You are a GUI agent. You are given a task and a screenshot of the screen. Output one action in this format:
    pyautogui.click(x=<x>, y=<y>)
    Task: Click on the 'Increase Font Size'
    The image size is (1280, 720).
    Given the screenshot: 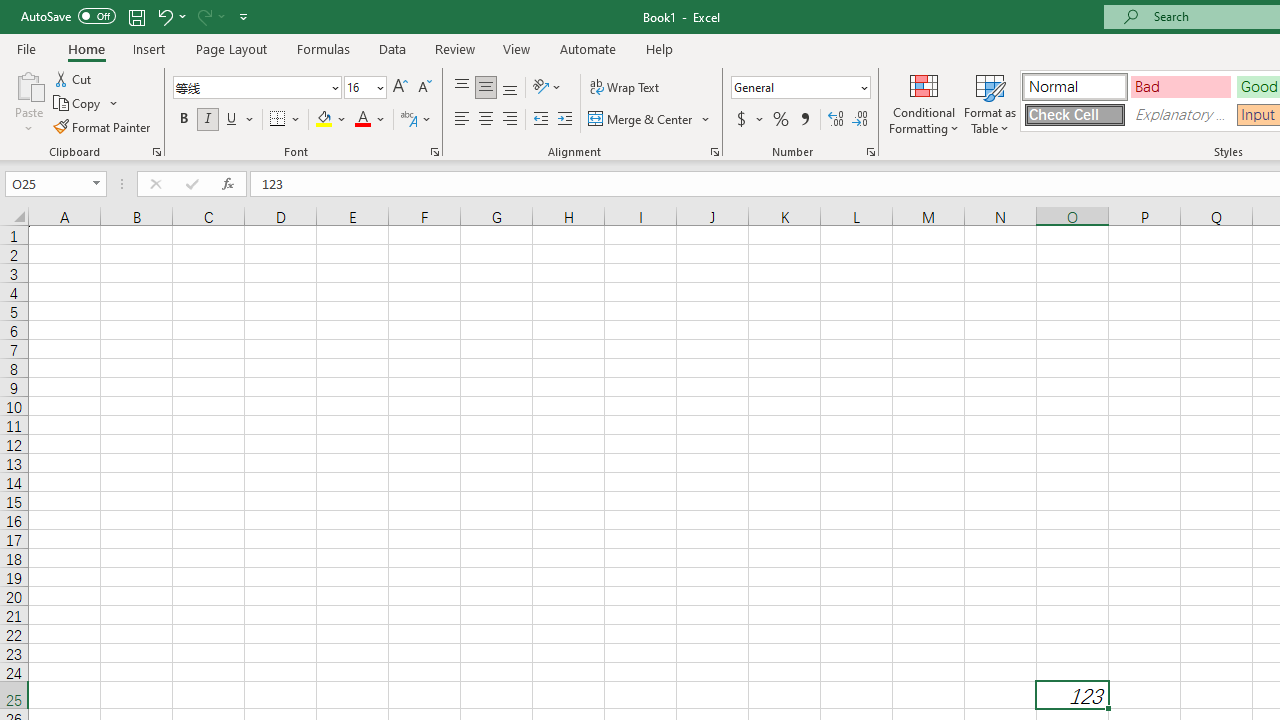 What is the action you would take?
    pyautogui.click(x=400, y=86)
    